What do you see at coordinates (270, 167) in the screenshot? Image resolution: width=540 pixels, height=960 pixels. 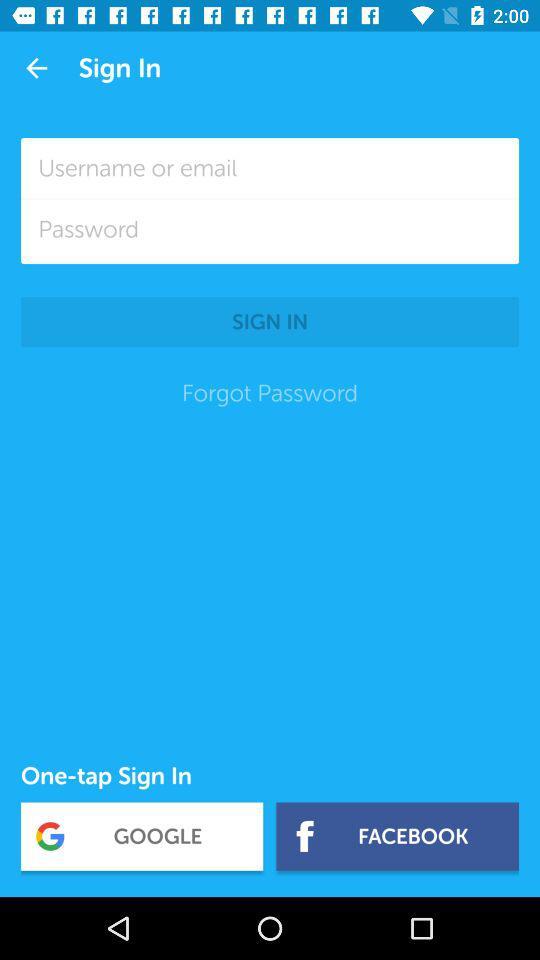 I see `username or email` at bounding box center [270, 167].